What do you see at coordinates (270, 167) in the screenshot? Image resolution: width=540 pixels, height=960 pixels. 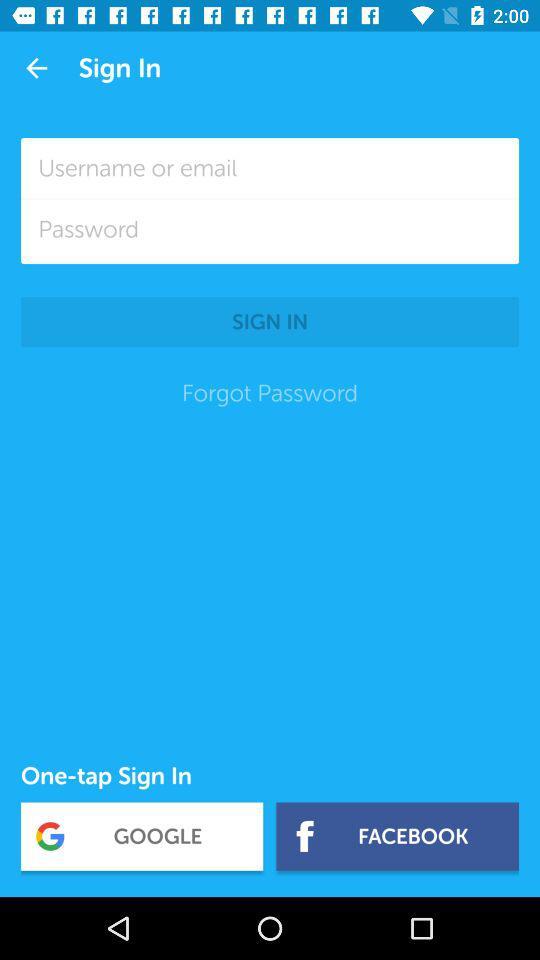 I see `username or email` at bounding box center [270, 167].